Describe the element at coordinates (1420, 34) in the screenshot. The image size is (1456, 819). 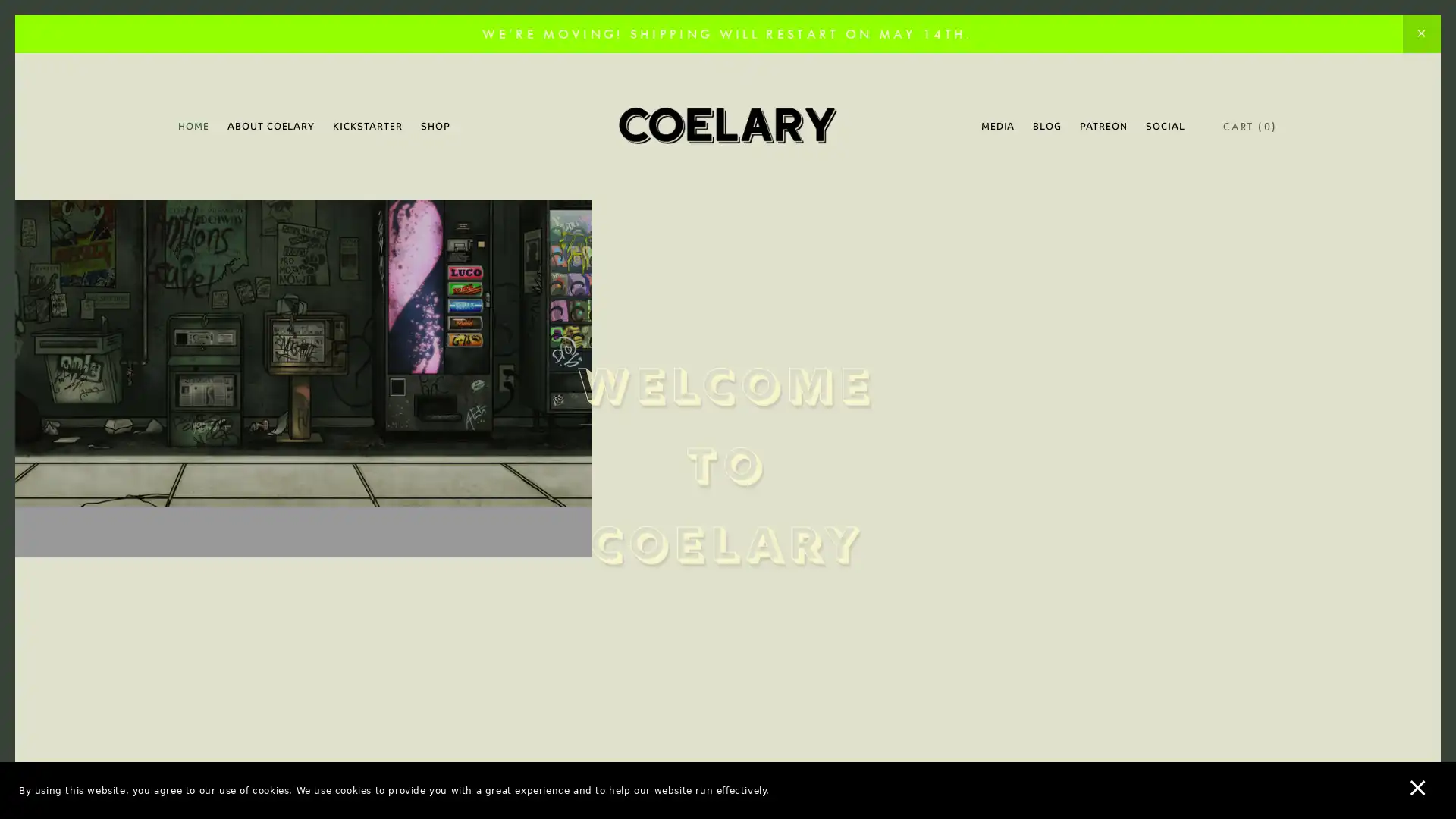
I see `Close Announcement` at that location.